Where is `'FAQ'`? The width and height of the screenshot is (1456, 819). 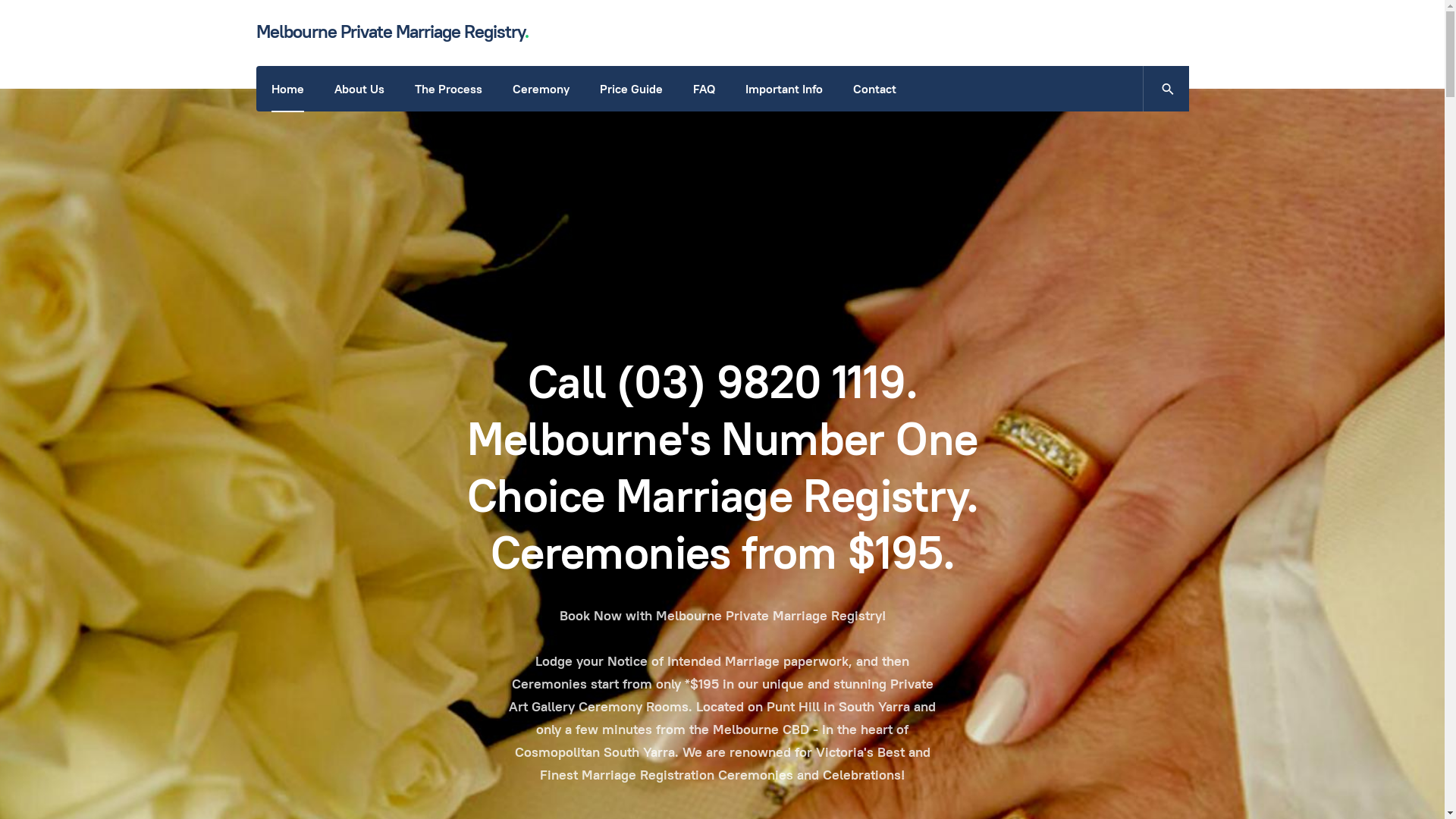 'FAQ' is located at coordinates (703, 88).